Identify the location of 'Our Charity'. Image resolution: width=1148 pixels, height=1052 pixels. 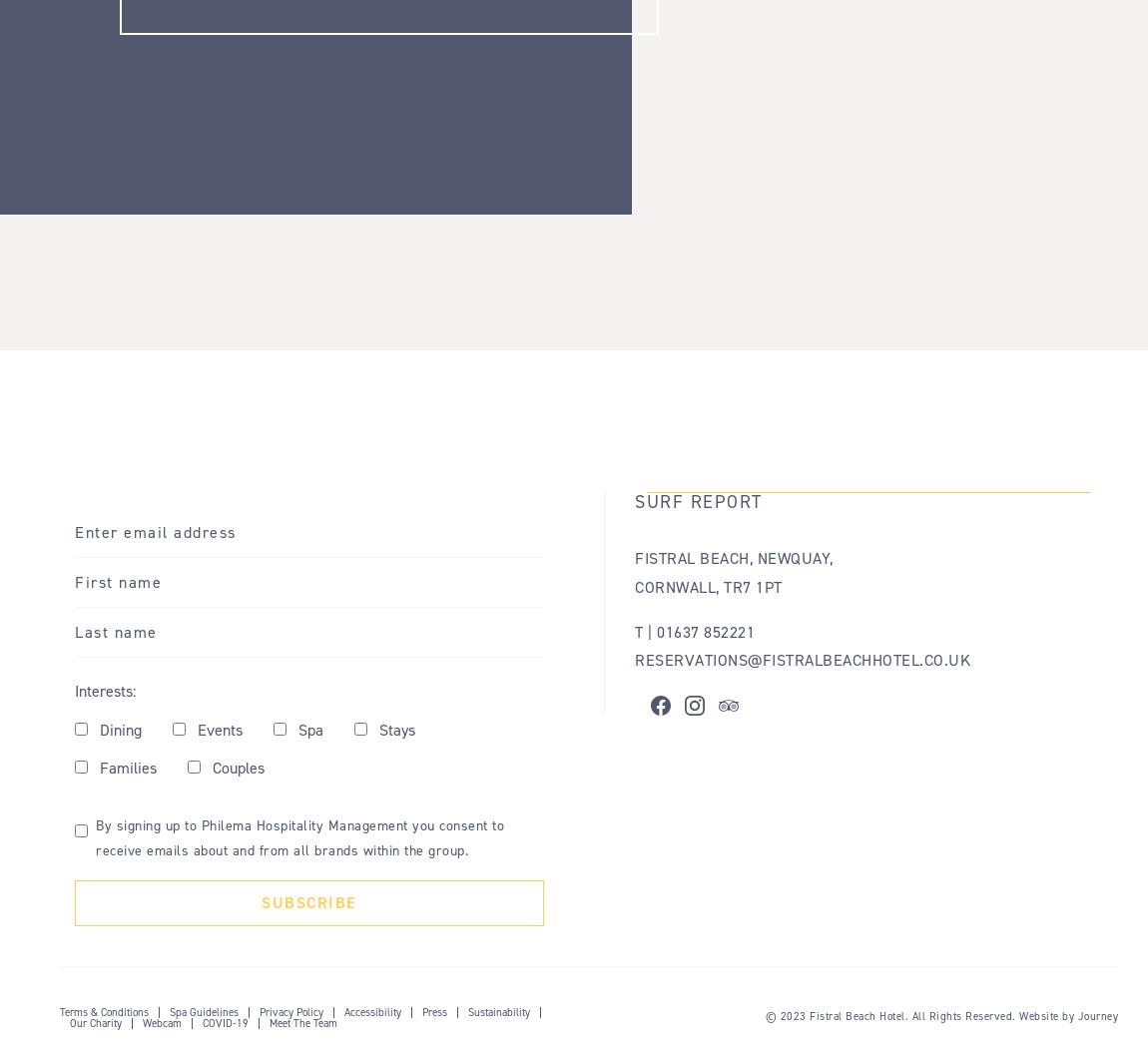
(95, 1022).